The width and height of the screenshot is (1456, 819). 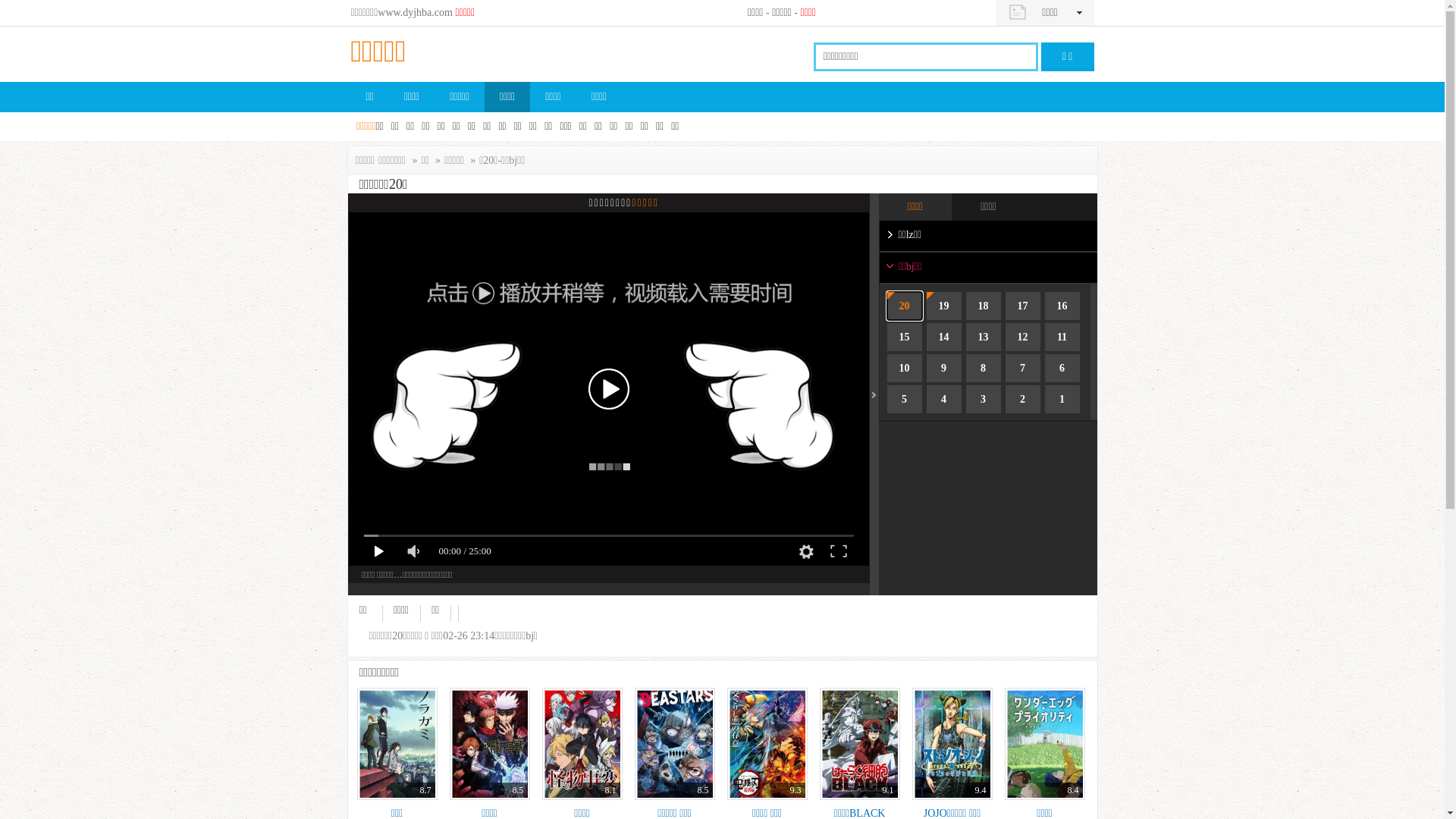 What do you see at coordinates (1062, 306) in the screenshot?
I see `'16'` at bounding box center [1062, 306].